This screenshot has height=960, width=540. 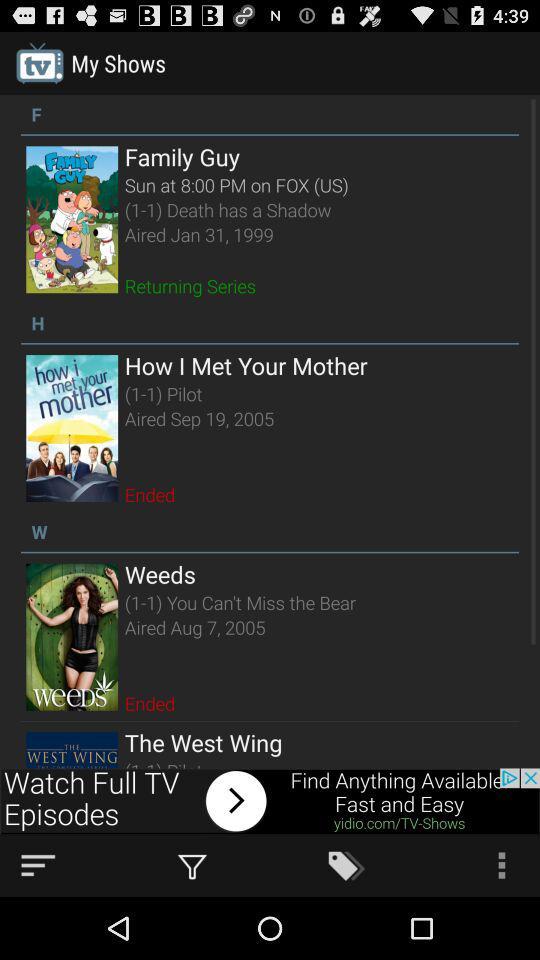 What do you see at coordinates (270, 801) in the screenshot?
I see `button for watch tv episodes` at bounding box center [270, 801].